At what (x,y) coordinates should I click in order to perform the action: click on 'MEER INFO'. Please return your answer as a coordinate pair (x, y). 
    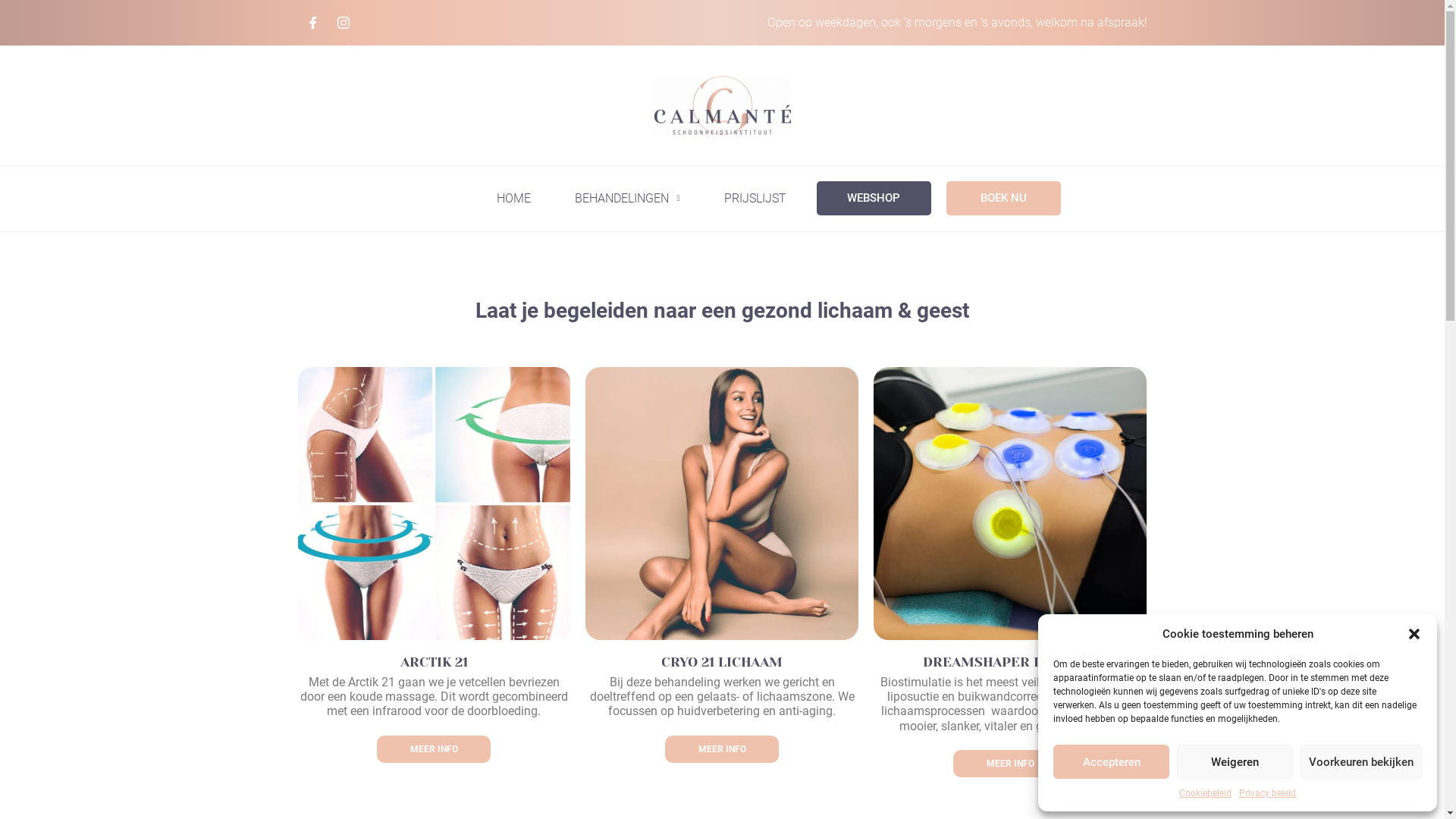
    Looking at the image, I should click on (432, 748).